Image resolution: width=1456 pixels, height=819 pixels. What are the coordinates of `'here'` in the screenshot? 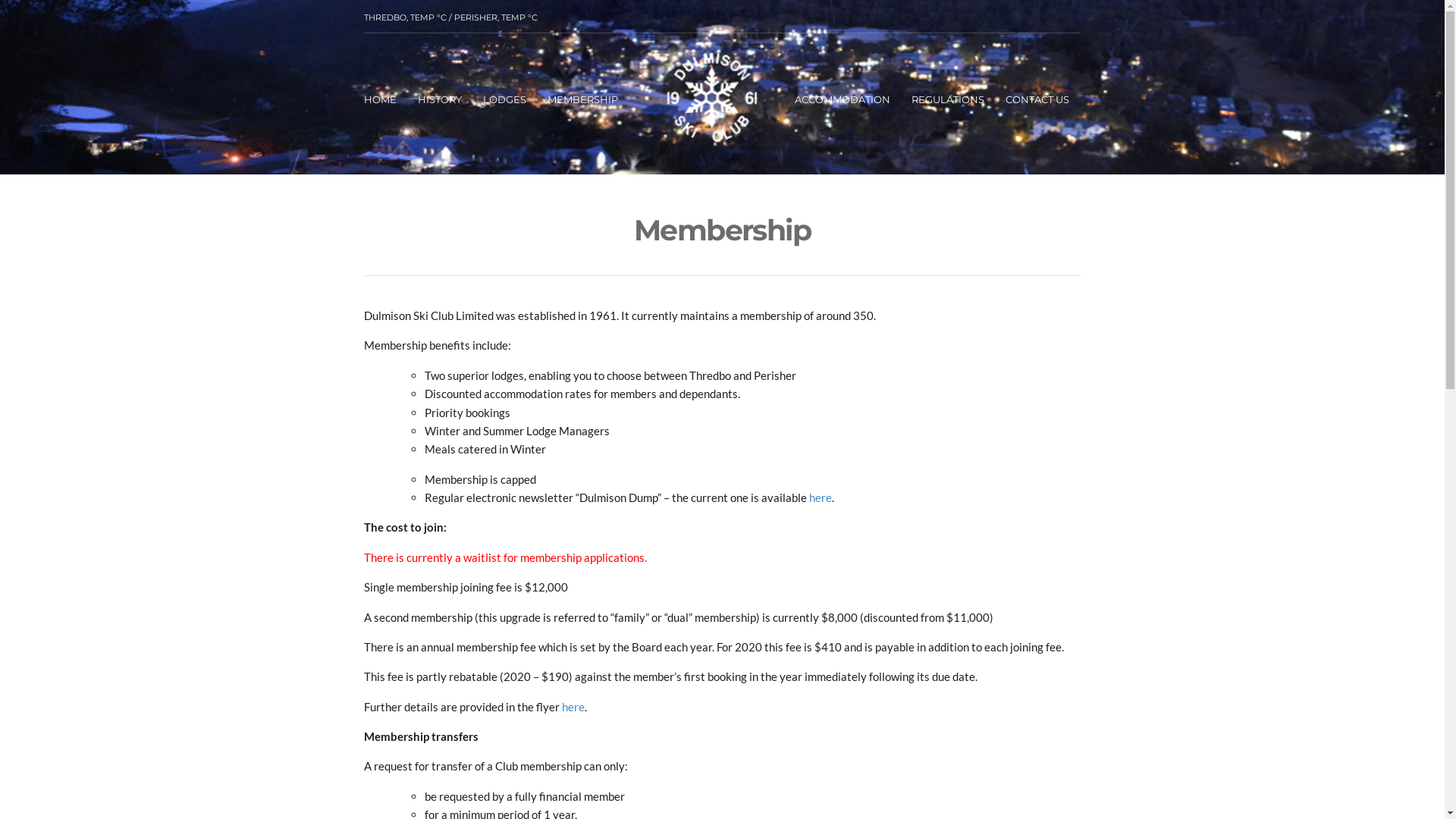 It's located at (572, 707).